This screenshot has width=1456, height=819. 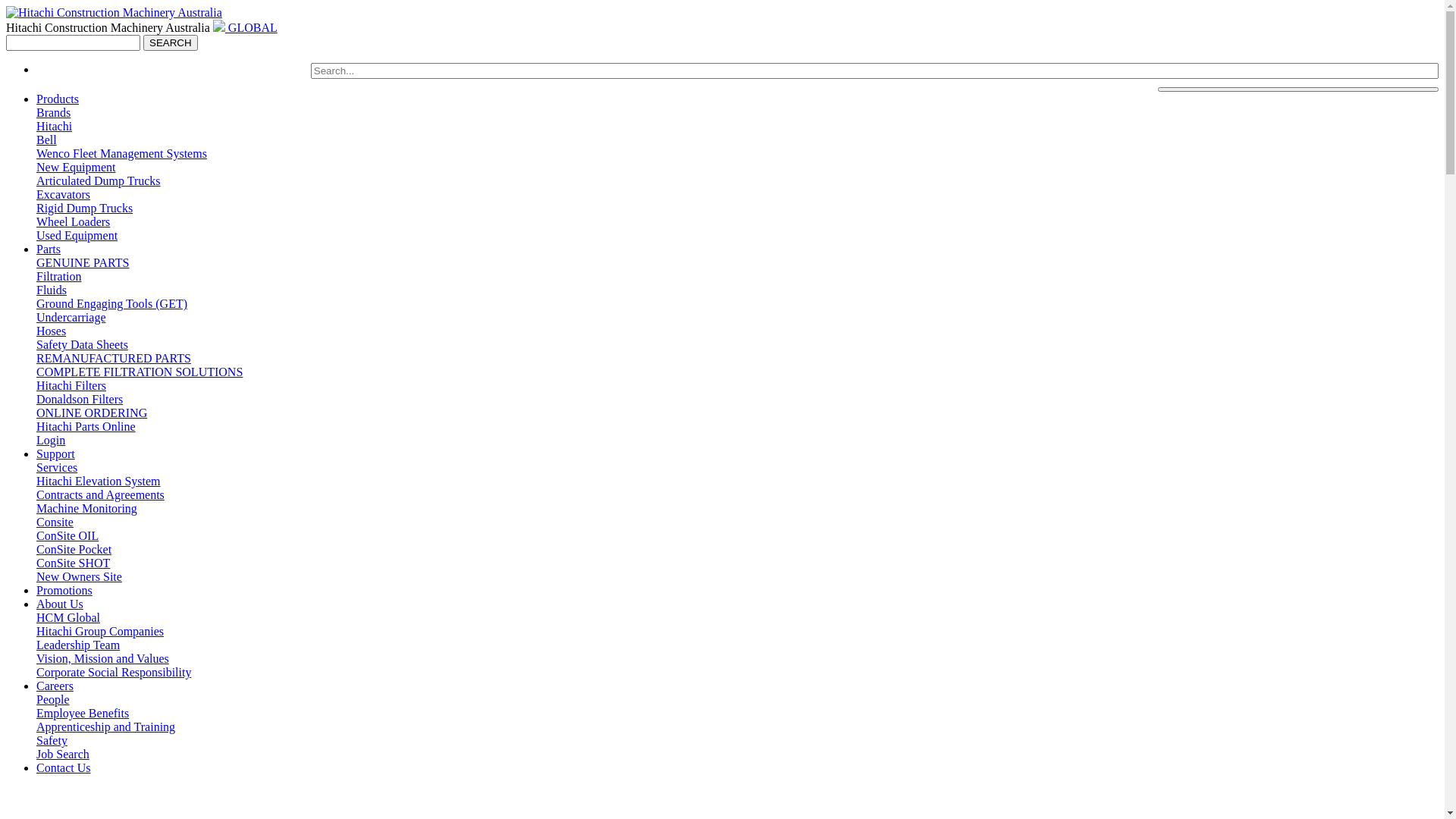 What do you see at coordinates (75, 167) in the screenshot?
I see `'New Equipment'` at bounding box center [75, 167].